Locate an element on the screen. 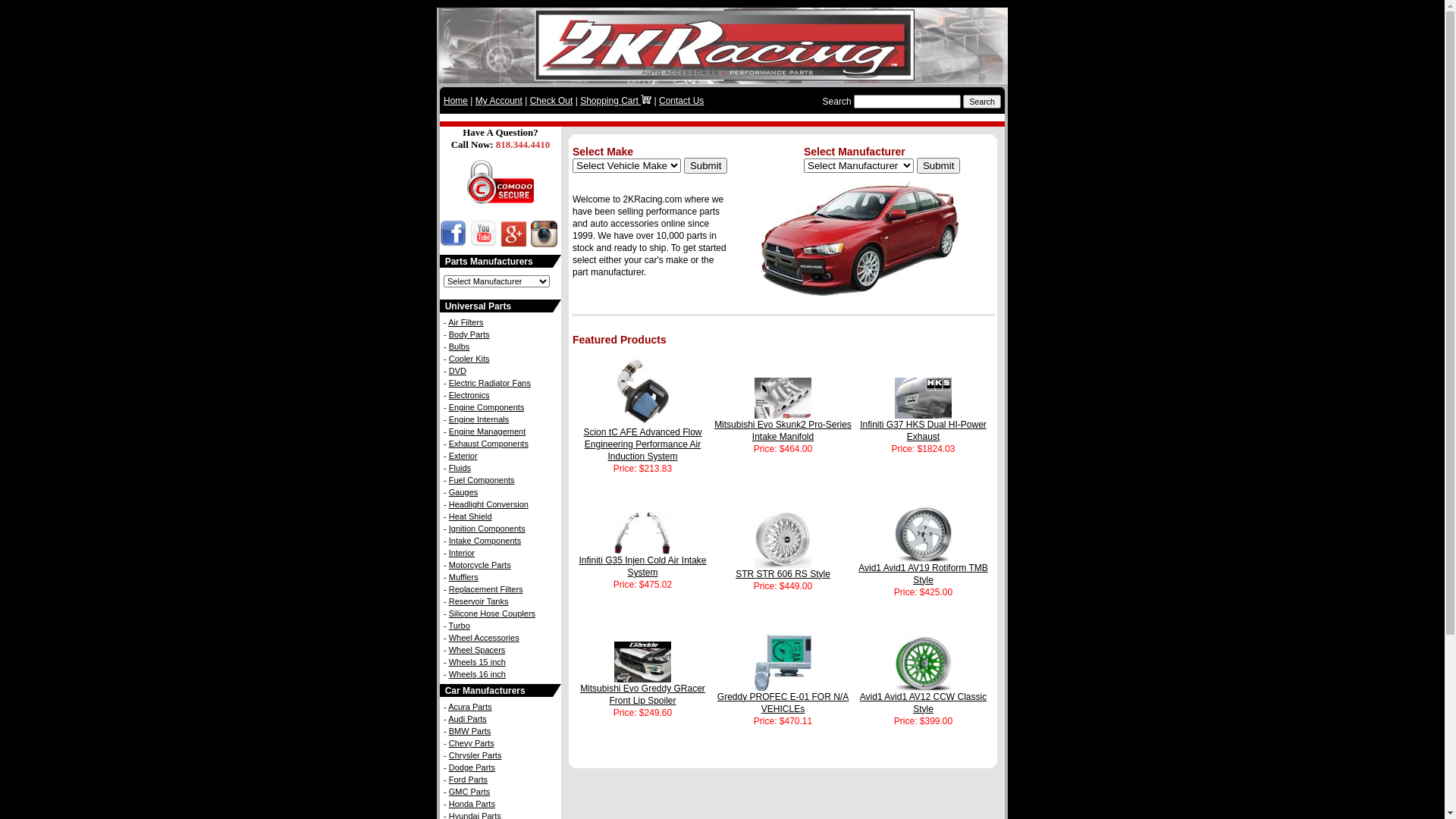 This screenshot has width=1456, height=819. 'Ignition Components' is located at coordinates (487, 528).